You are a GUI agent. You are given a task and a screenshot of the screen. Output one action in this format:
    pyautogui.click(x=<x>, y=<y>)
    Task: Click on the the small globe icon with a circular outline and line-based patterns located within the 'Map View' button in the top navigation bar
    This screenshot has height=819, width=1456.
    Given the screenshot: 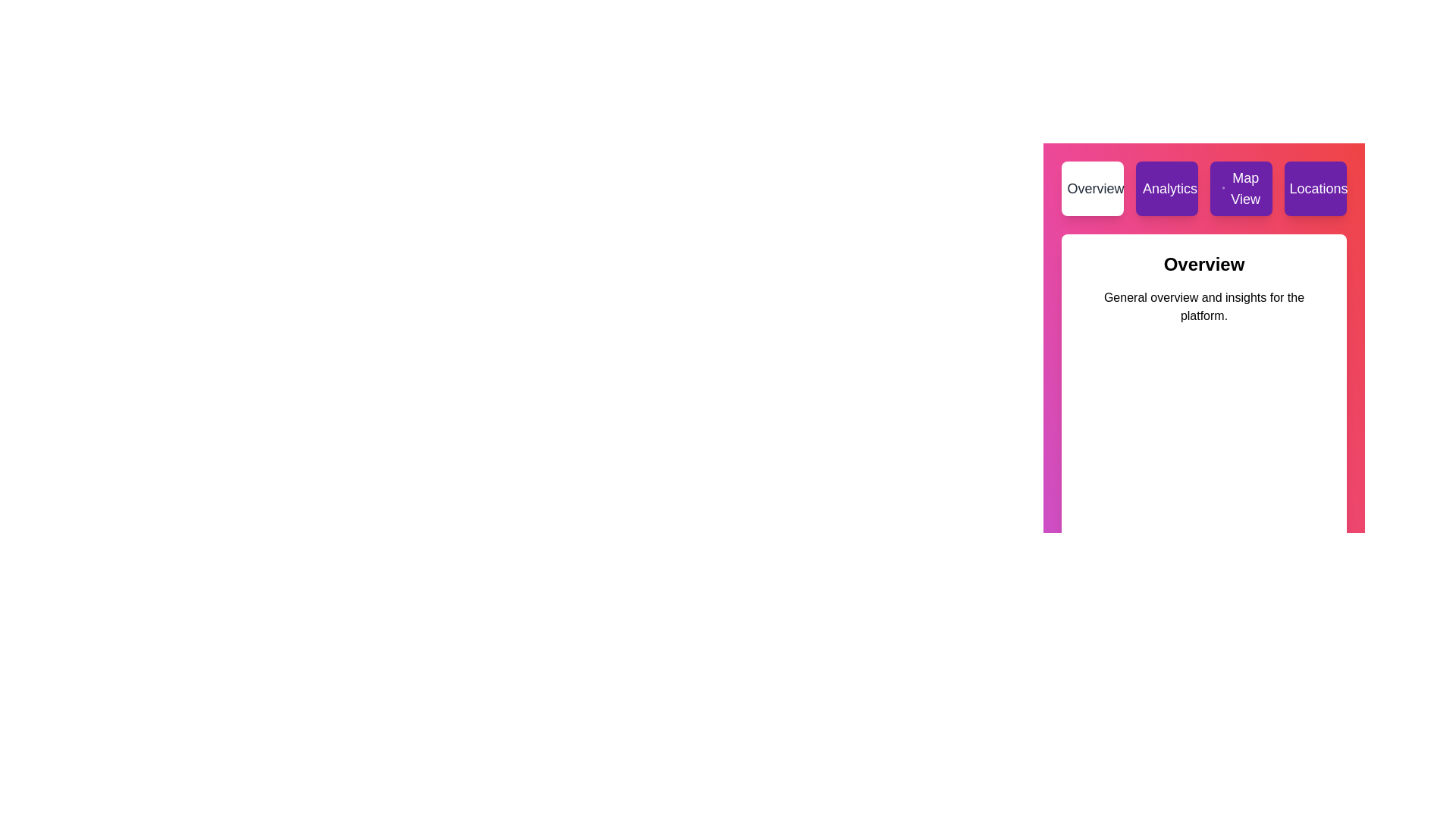 What is the action you would take?
    pyautogui.click(x=1223, y=188)
    